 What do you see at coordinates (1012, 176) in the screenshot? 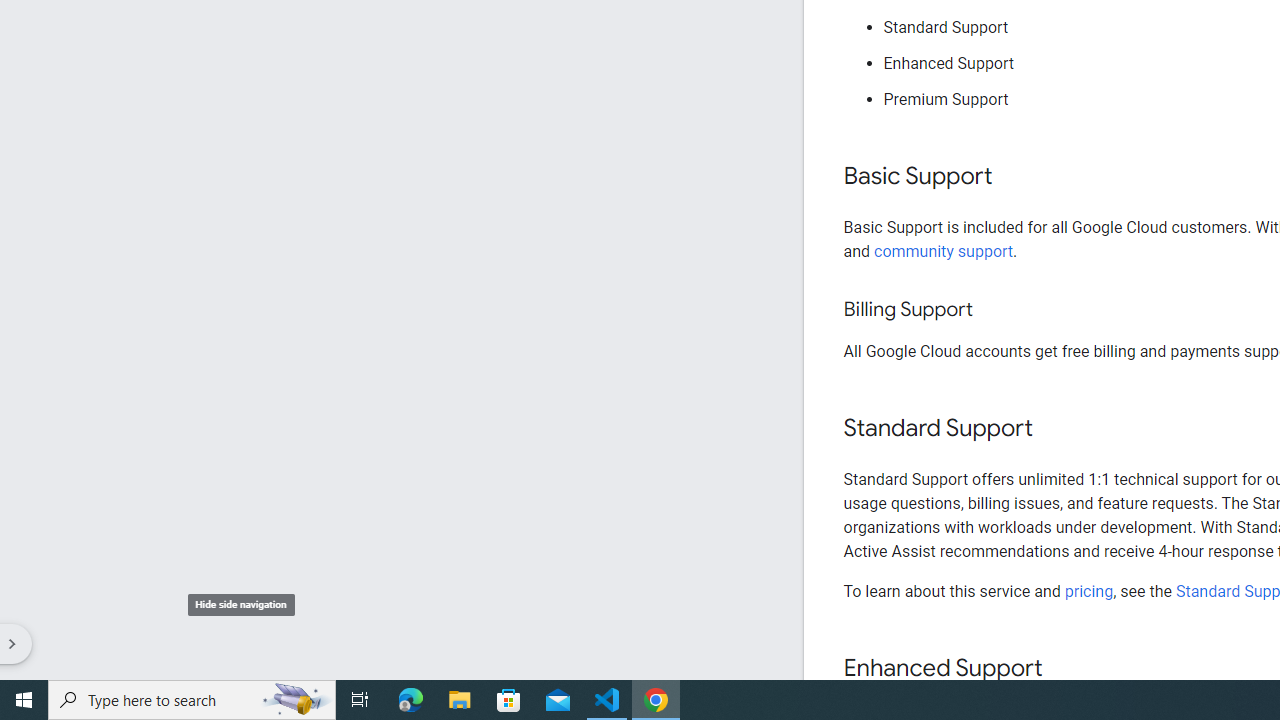
I see `'Copy link to this section: Basic Support'` at bounding box center [1012, 176].